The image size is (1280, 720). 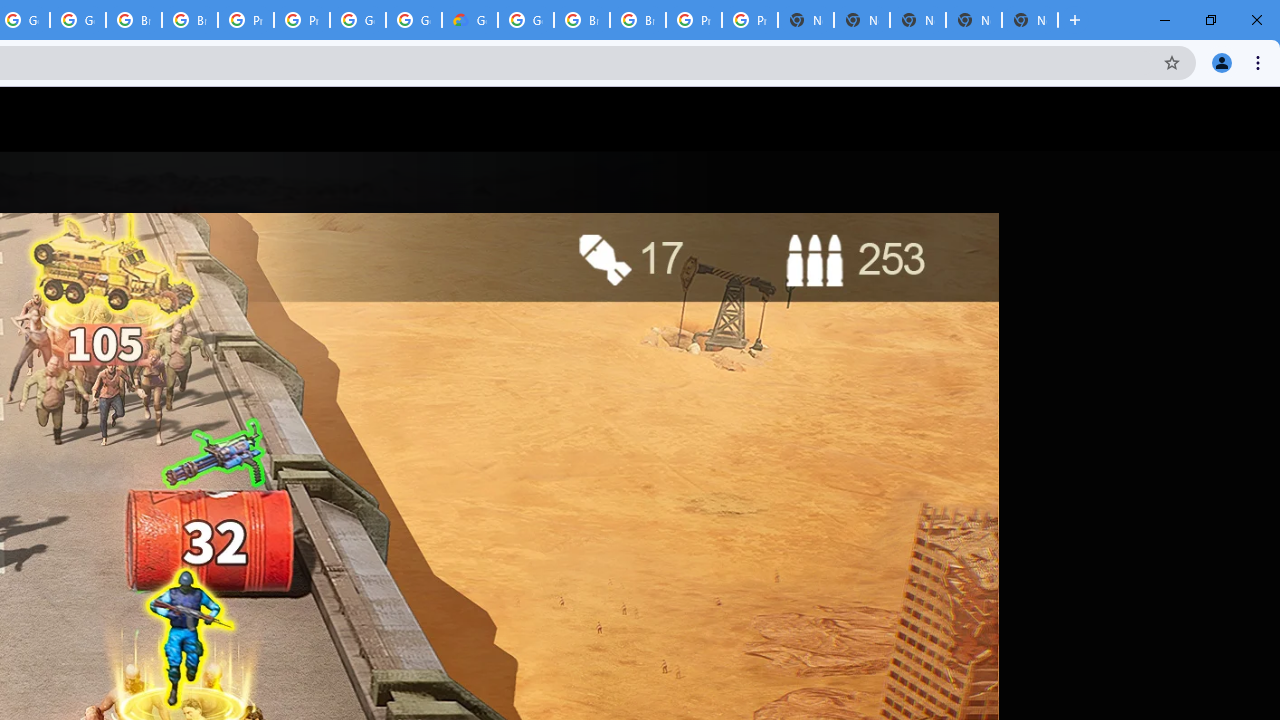 I want to click on 'Google Cloud Platform', so click(x=413, y=20).